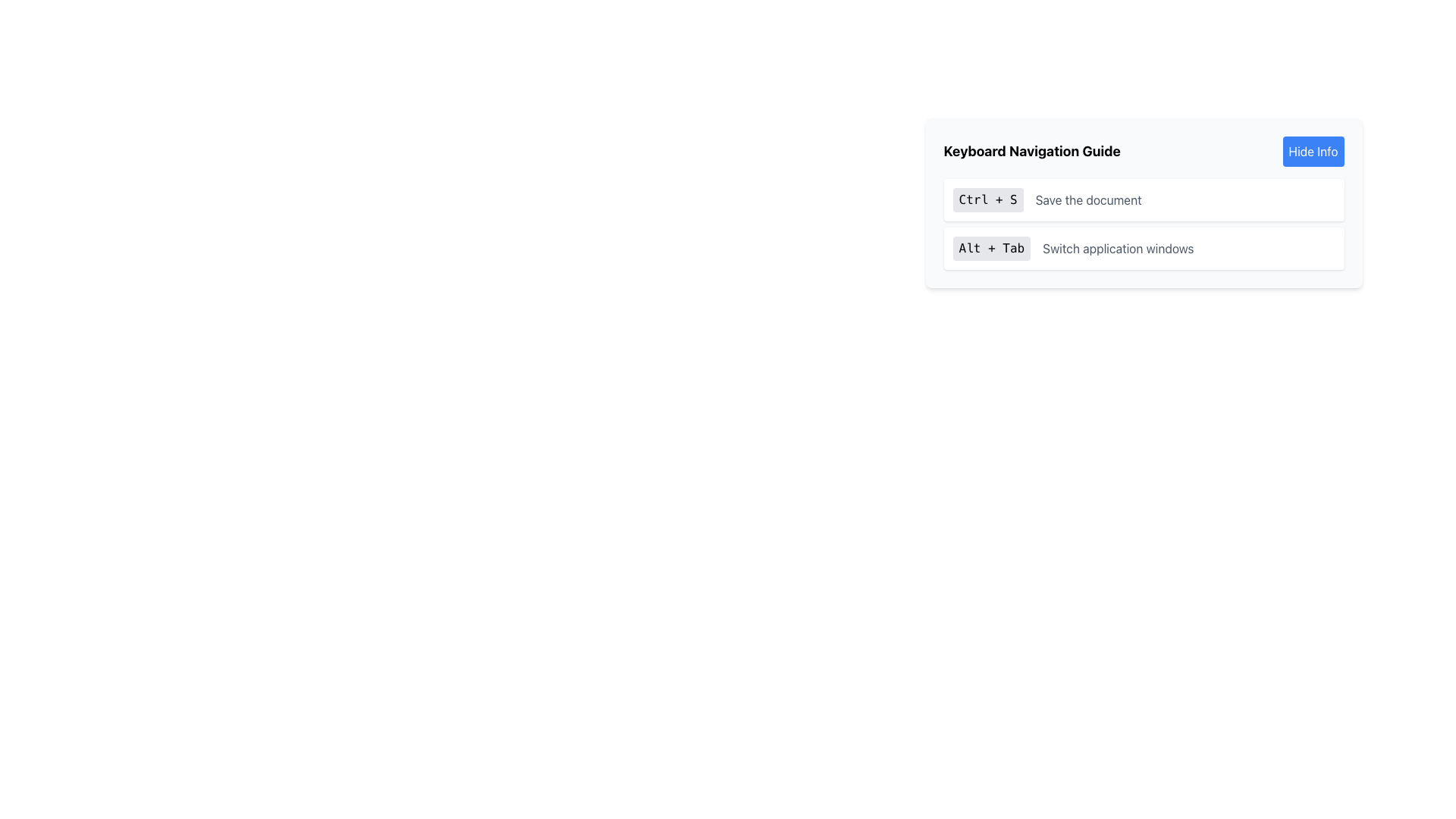  Describe the element at coordinates (1144, 224) in the screenshot. I see `the Informational Panel titled 'Keyboard Navigation Guide' that contains shortcut commands and their descriptions` at that location.